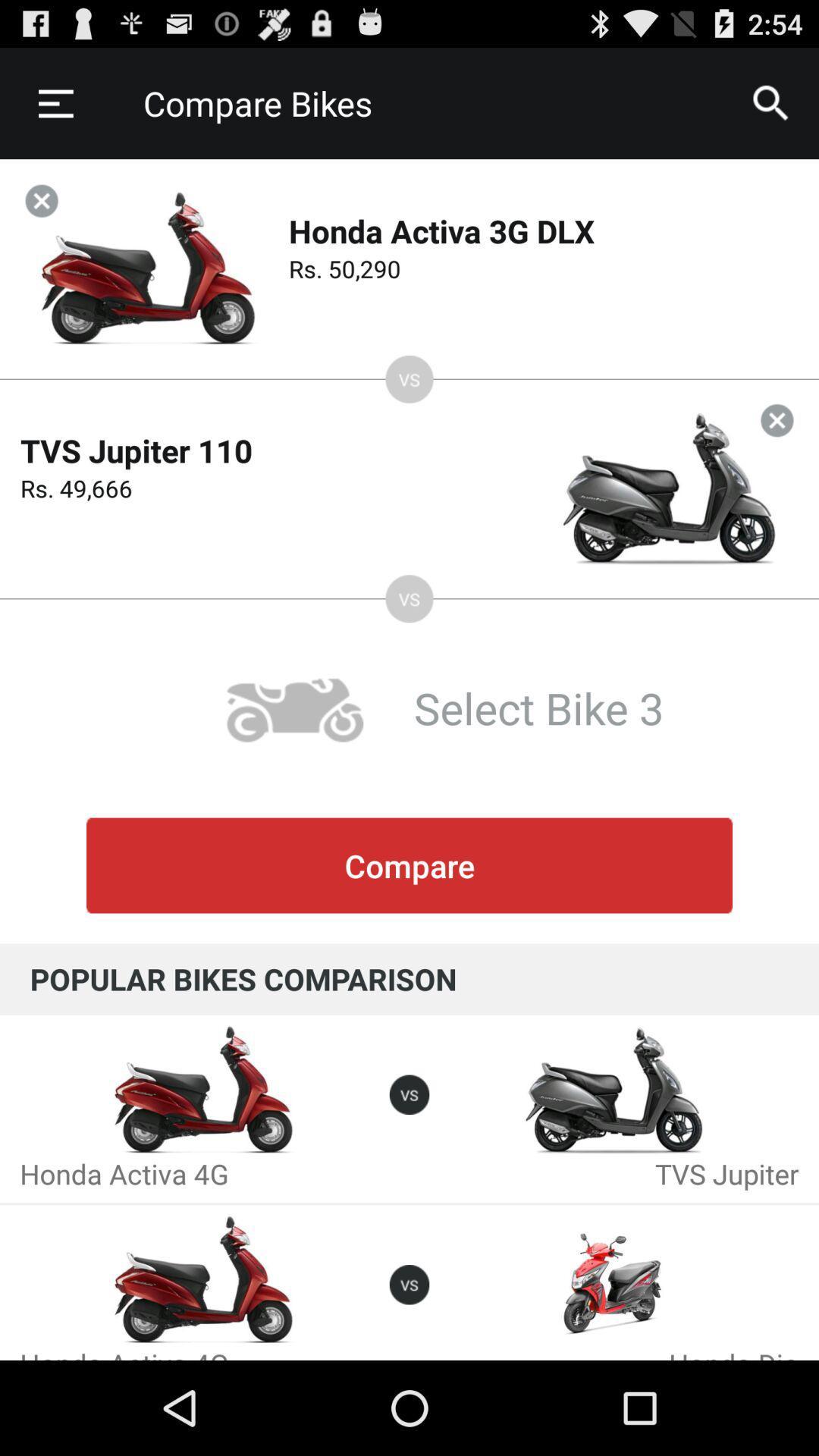  I want to click on the button is used to close the bike page and proceed with another one to be compared, so click(41, 200).